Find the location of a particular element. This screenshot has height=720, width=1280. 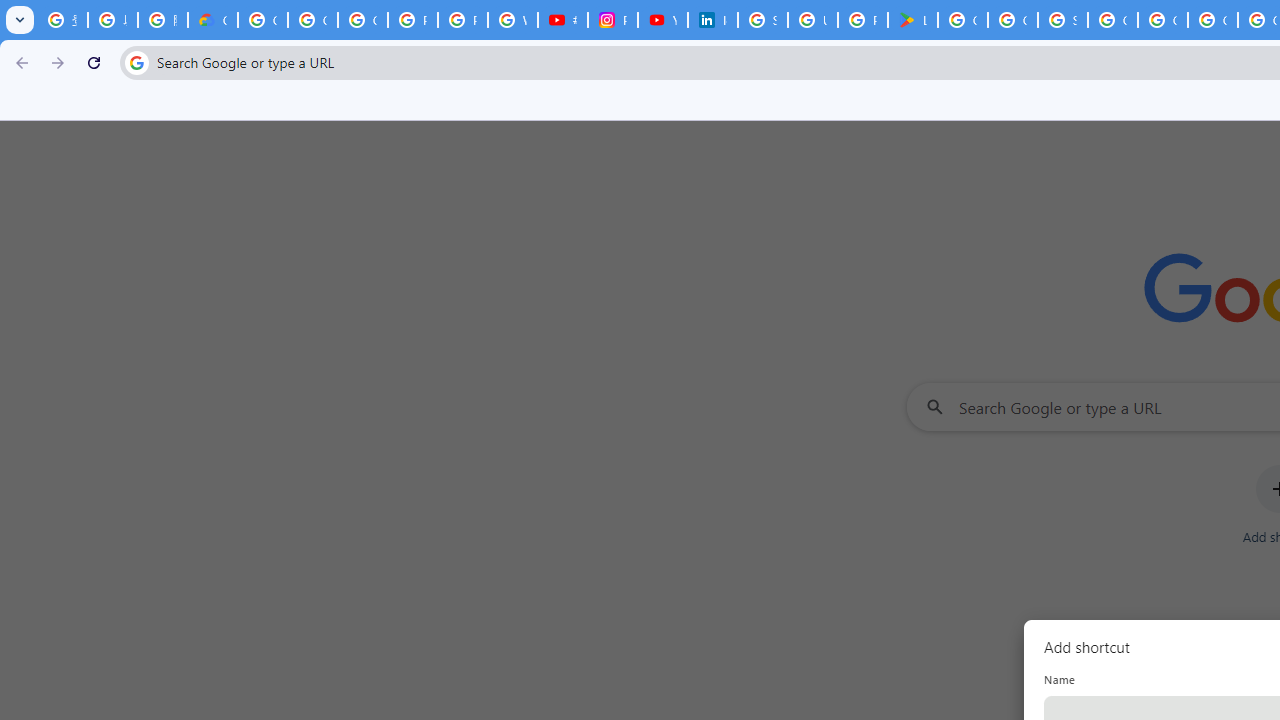

'Privacy Help Center - Policies Help' is located at coordinates (411, 20).